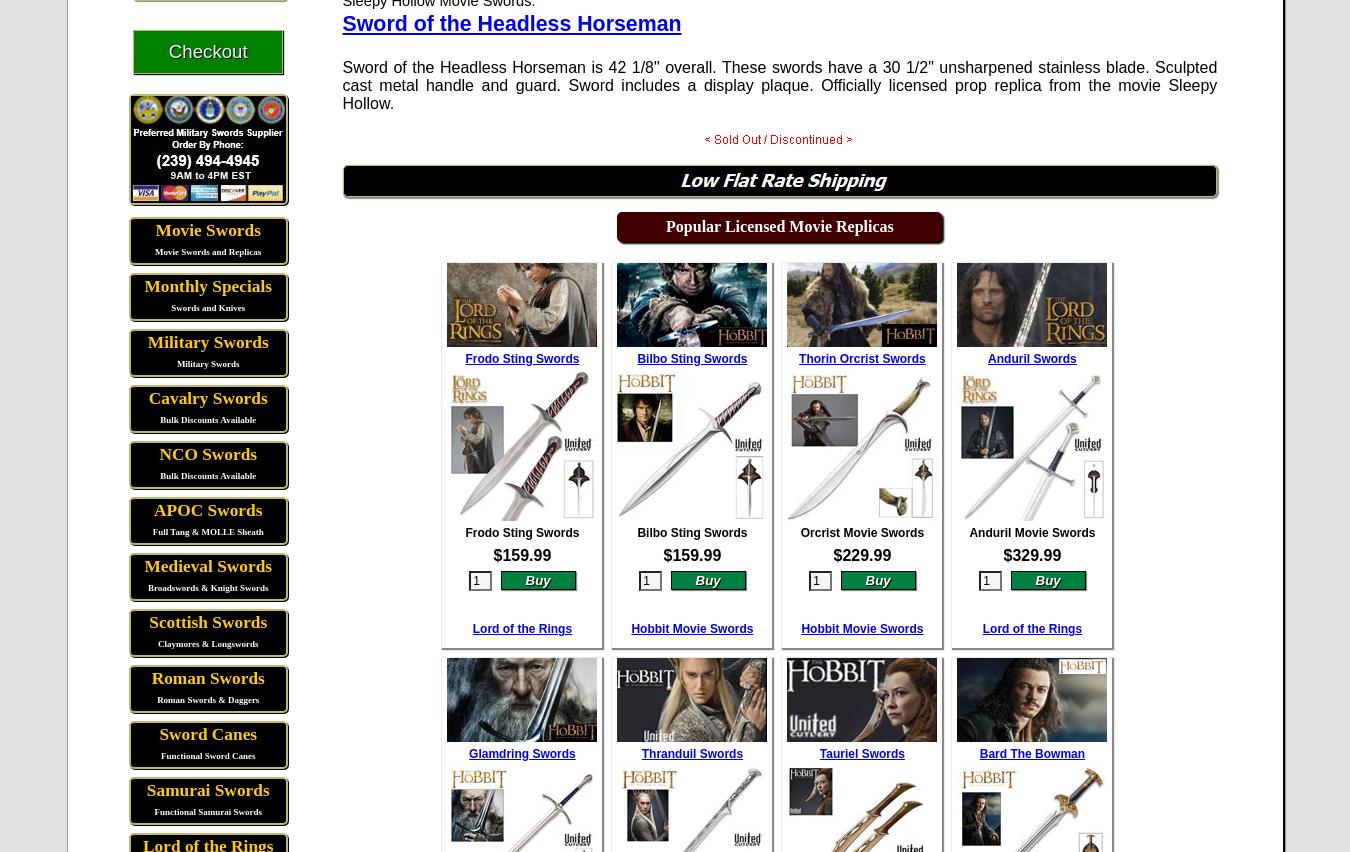 The height and width of the screenshot is (852, 1350). What do you see at coordinates (665, 224) in the screenshot?
I see `'Popular Licensed Movie Replicas'` at bounding box center [665, 224].